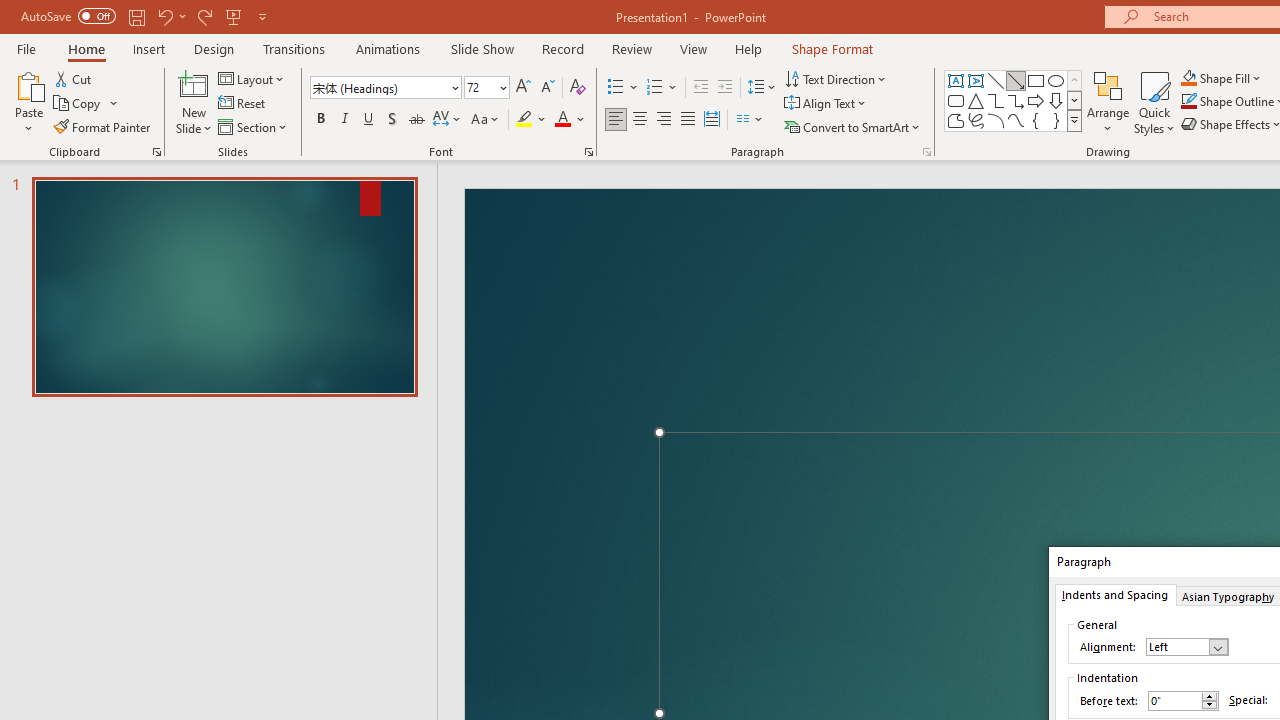 The width and height of the screenshot is (1280, 720). Describe the element at coordinates (837, 78) in the screenshot. I see `'Text Direction'` at that location.